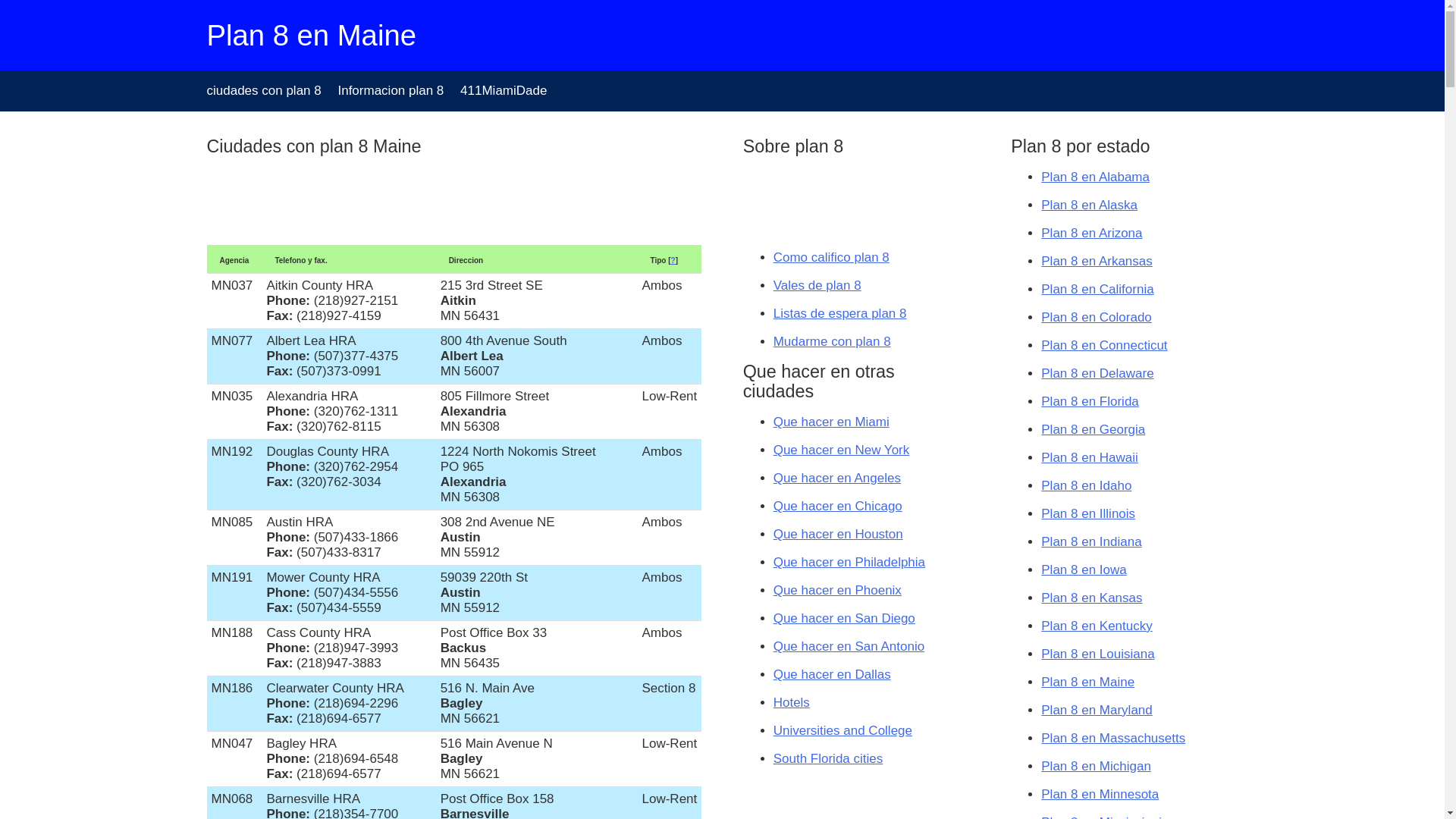  Describe the element at coordinates (301, 742) in the screenshot. I see `'Bagley HRA'` at that location.